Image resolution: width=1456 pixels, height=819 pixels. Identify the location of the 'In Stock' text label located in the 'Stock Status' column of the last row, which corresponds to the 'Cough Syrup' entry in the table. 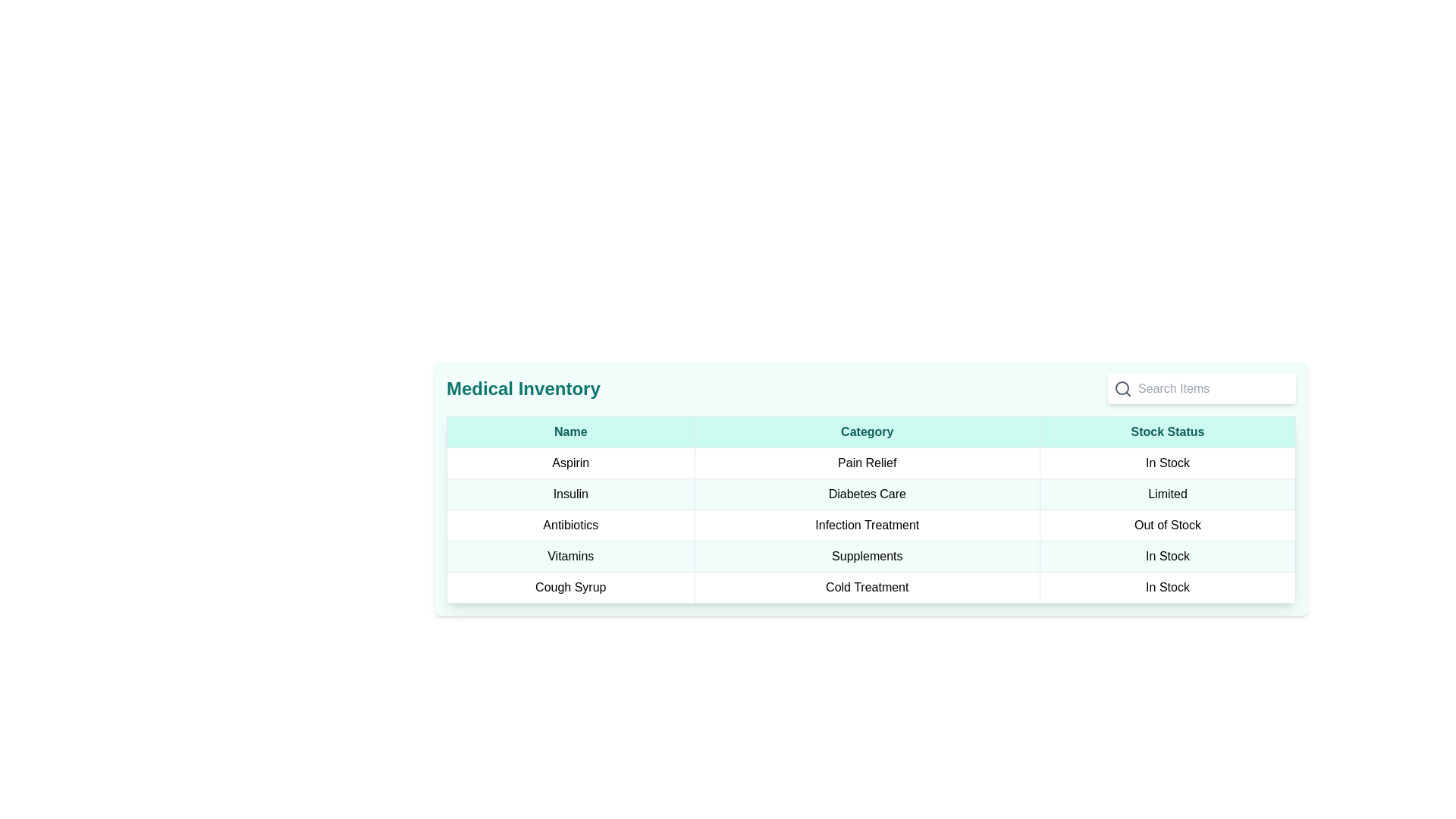
(1167, 587).